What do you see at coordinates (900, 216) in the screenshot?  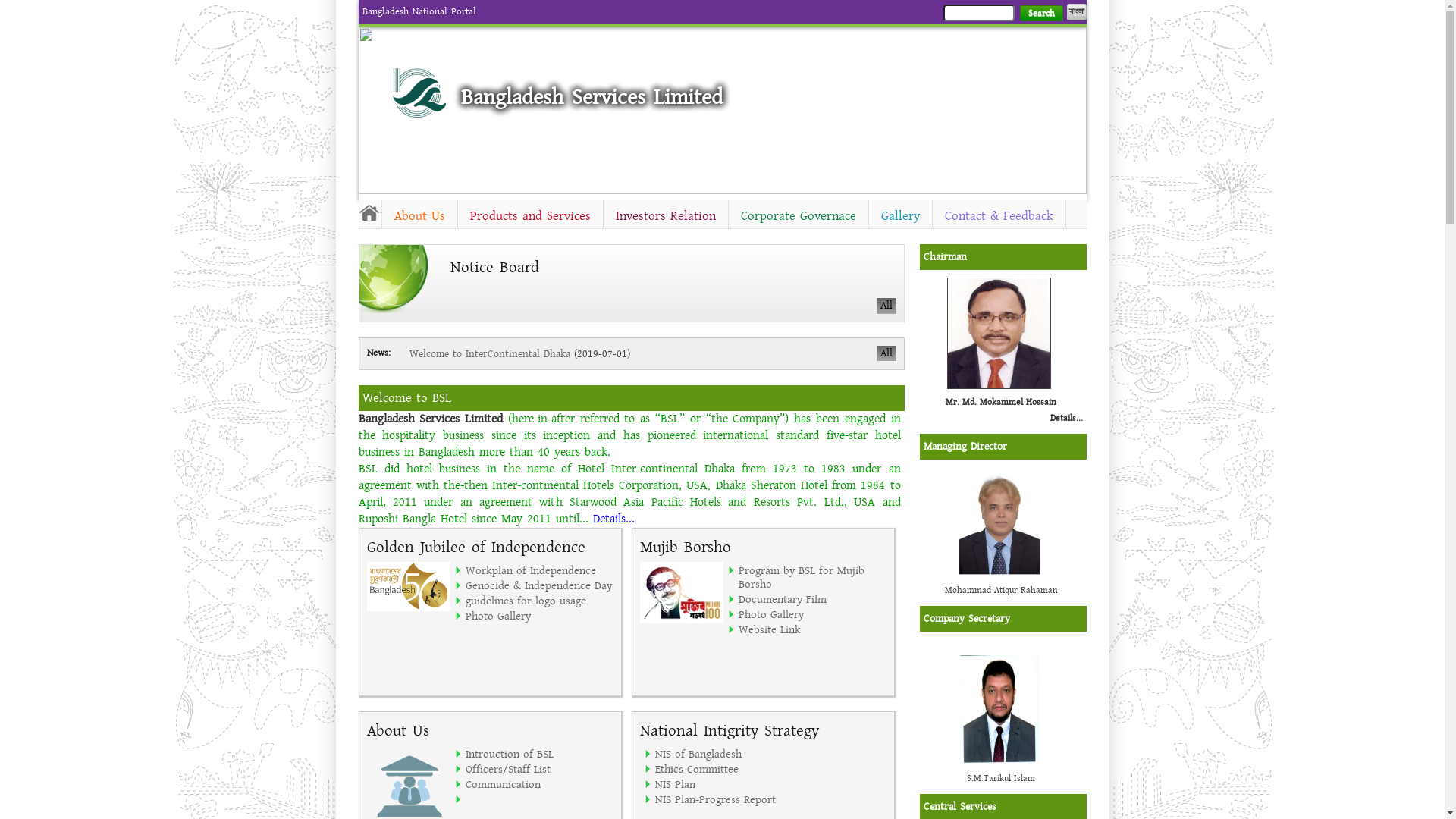 I see `'Gallery'` at bounding box center [900, 216].